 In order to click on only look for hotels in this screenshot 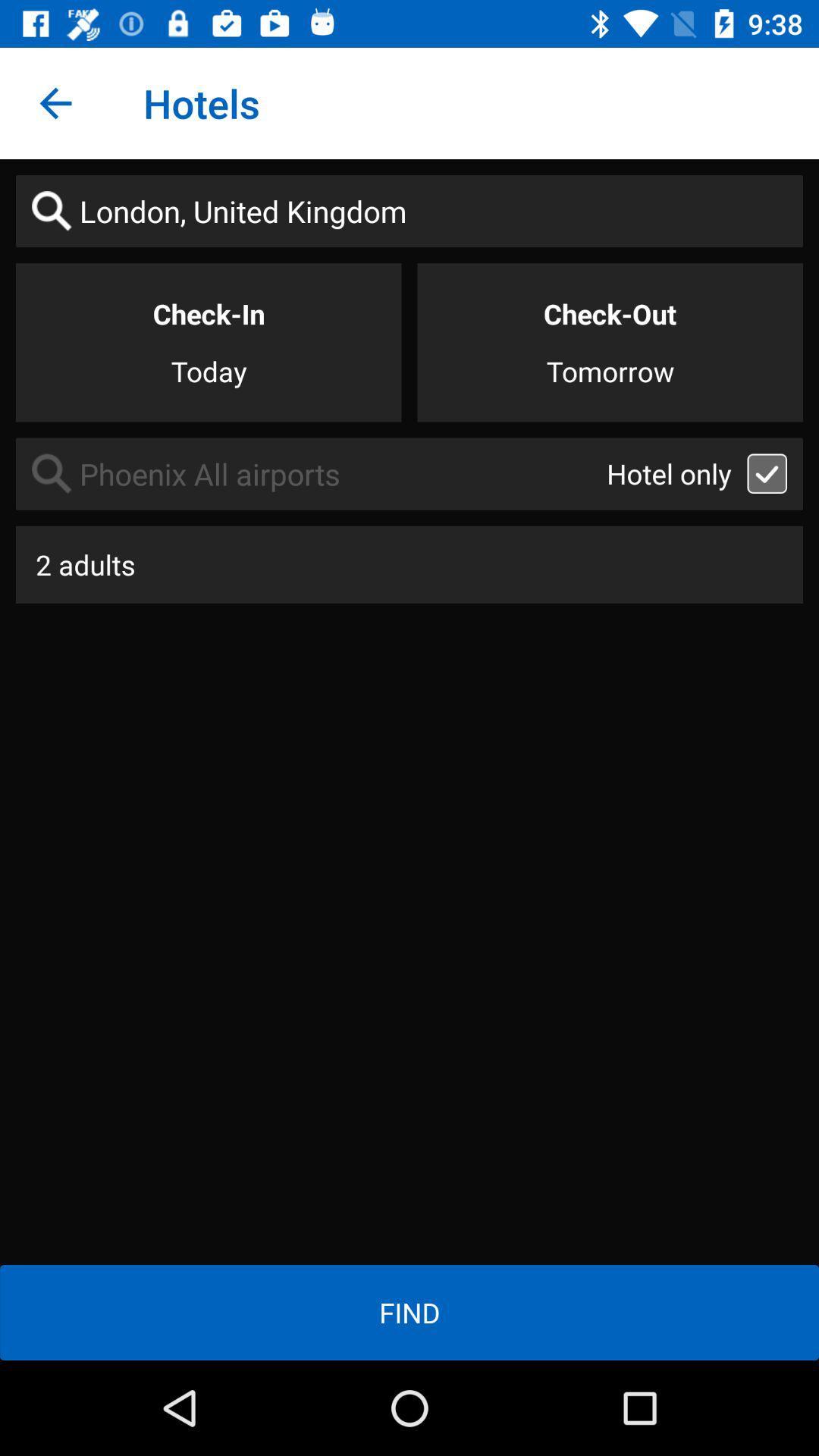, I will do `click(767, 472)`.